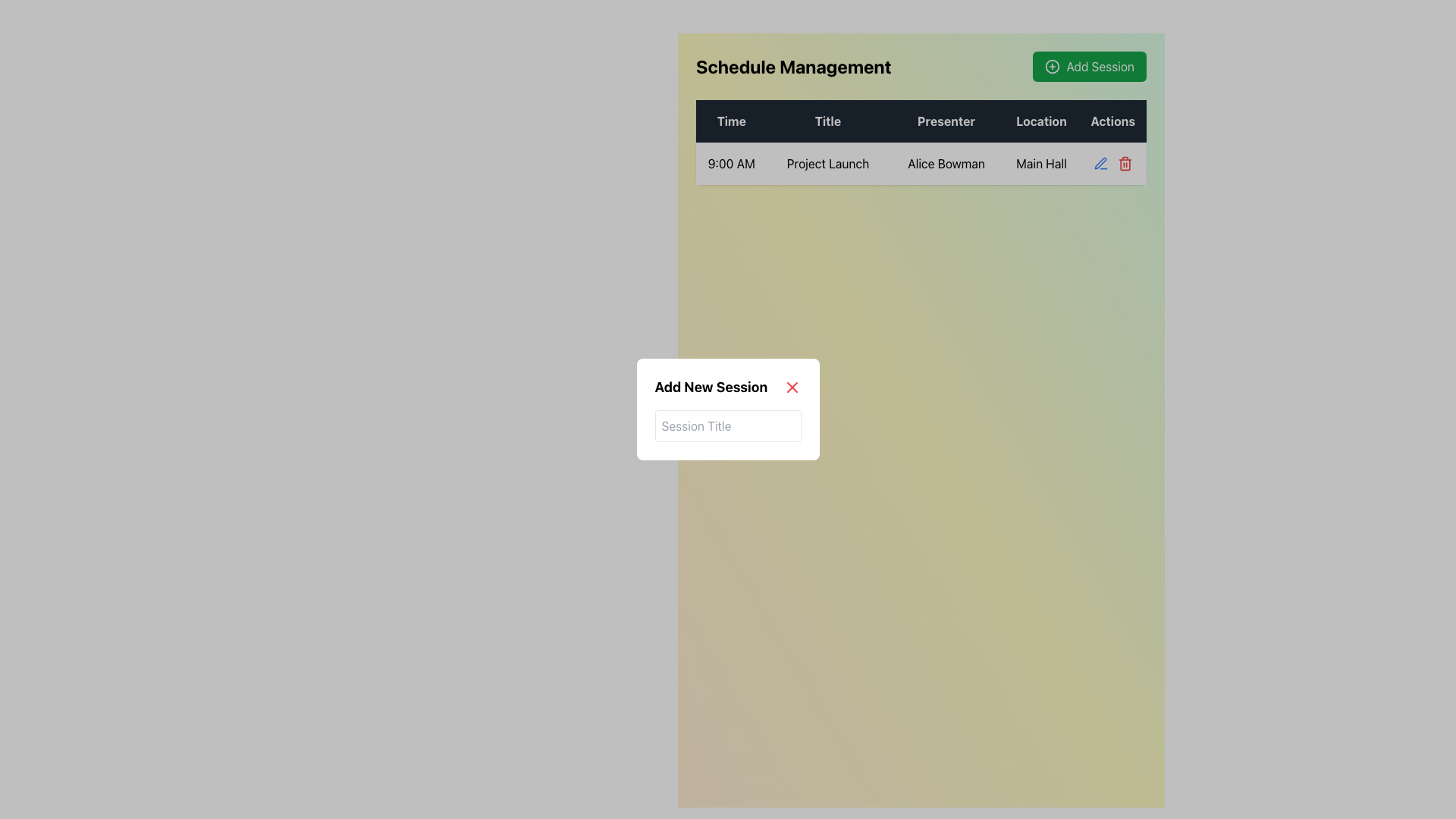 The image size is (1456, 819). I want to click on the static text label displaying 'Project Launch', located in the second column under the 'Title' header of the schedule table, so click(827, 164).